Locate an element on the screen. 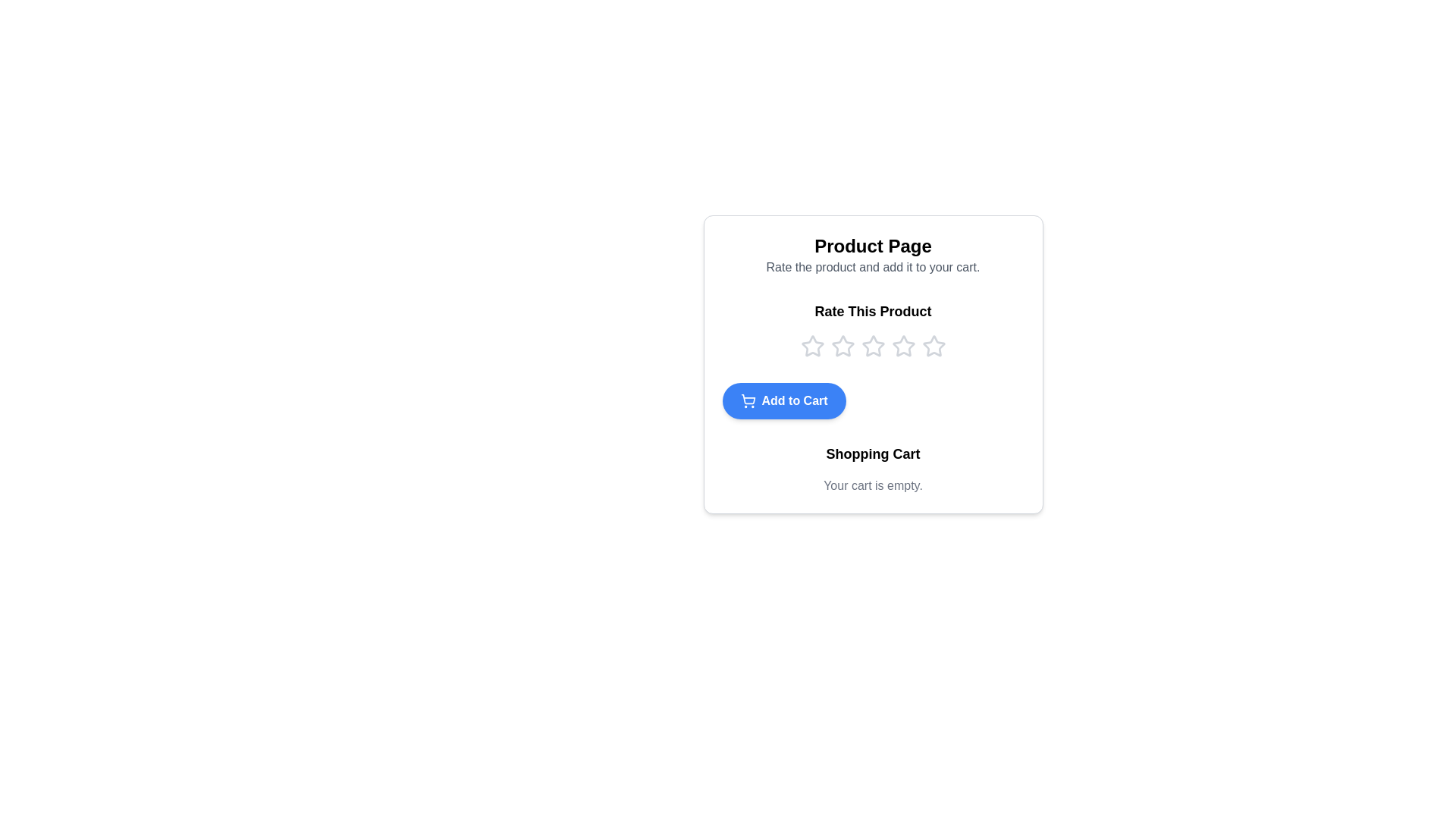 The width and height of the screenshot is (1456, 819). the 'Add to Cart' button that contains the blue shopping cart icon with white details, located to the left of the text 'Add to Cart' is located at coordinates (748, 400).